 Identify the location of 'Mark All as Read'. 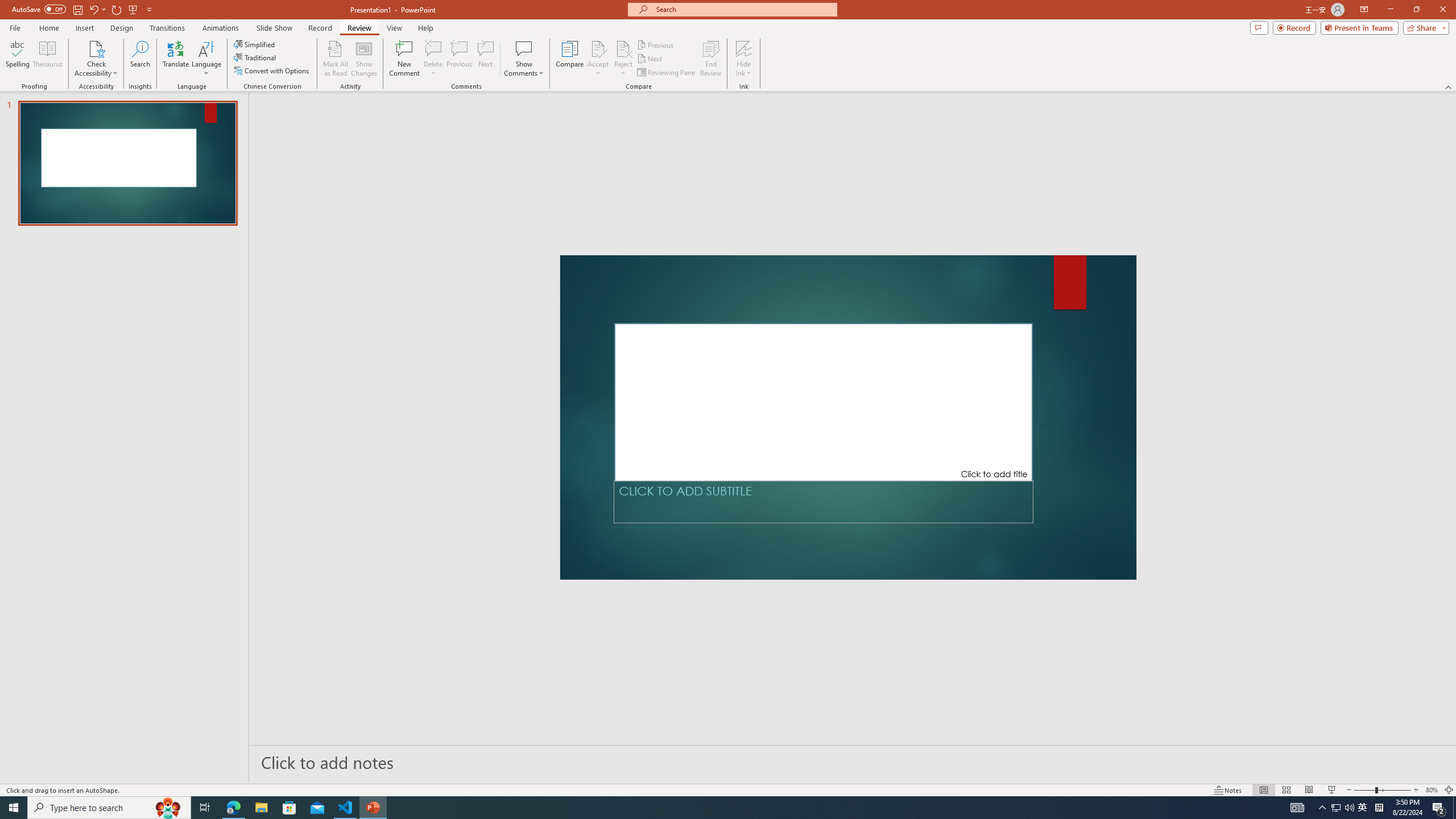
(336, 59).